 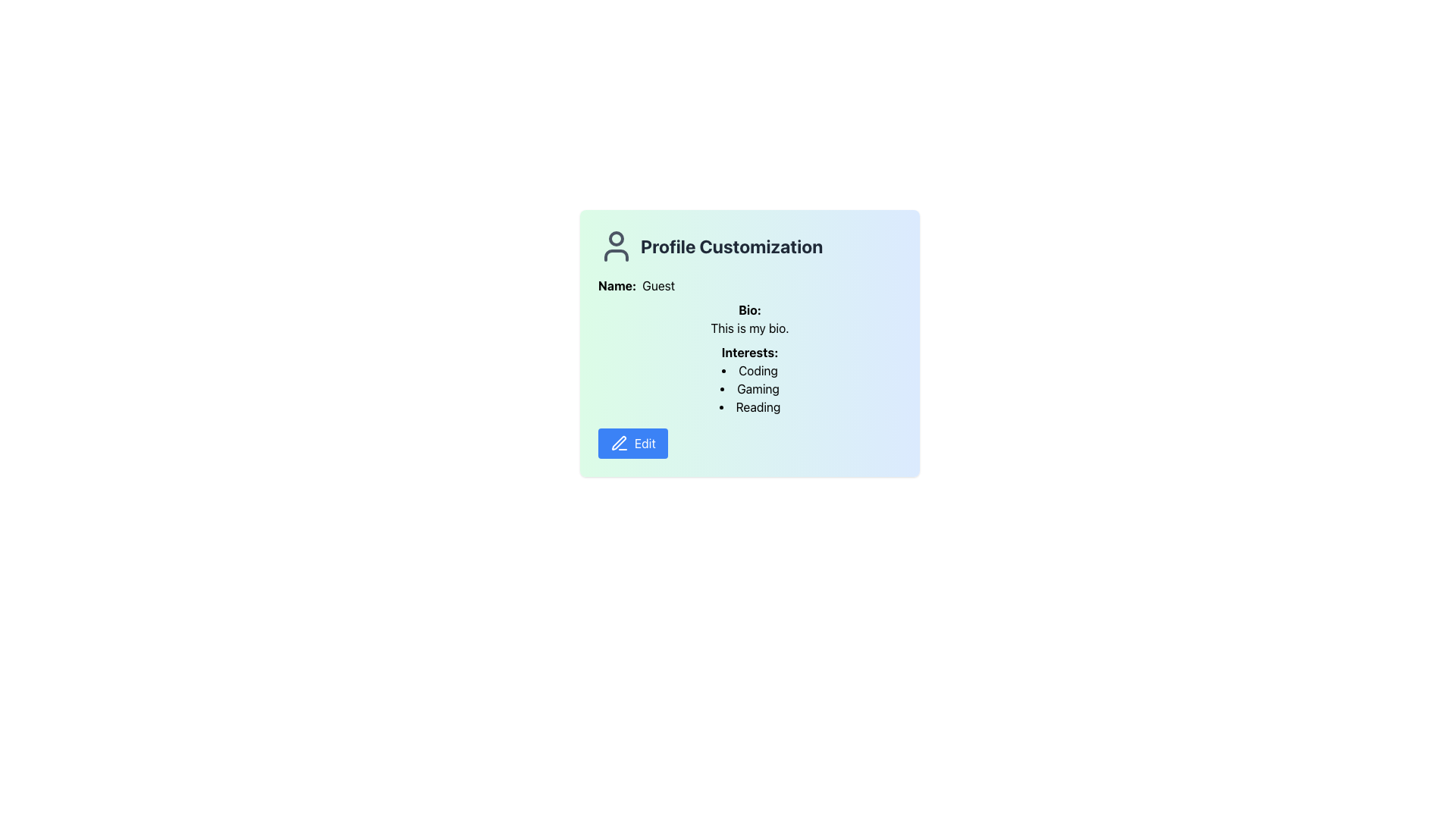 I want to click on the text label within the 'Edit' button located at the bottom left corner of the profile card section, which indicates its purpose for modifying profile content, so click(x=645, y=444).